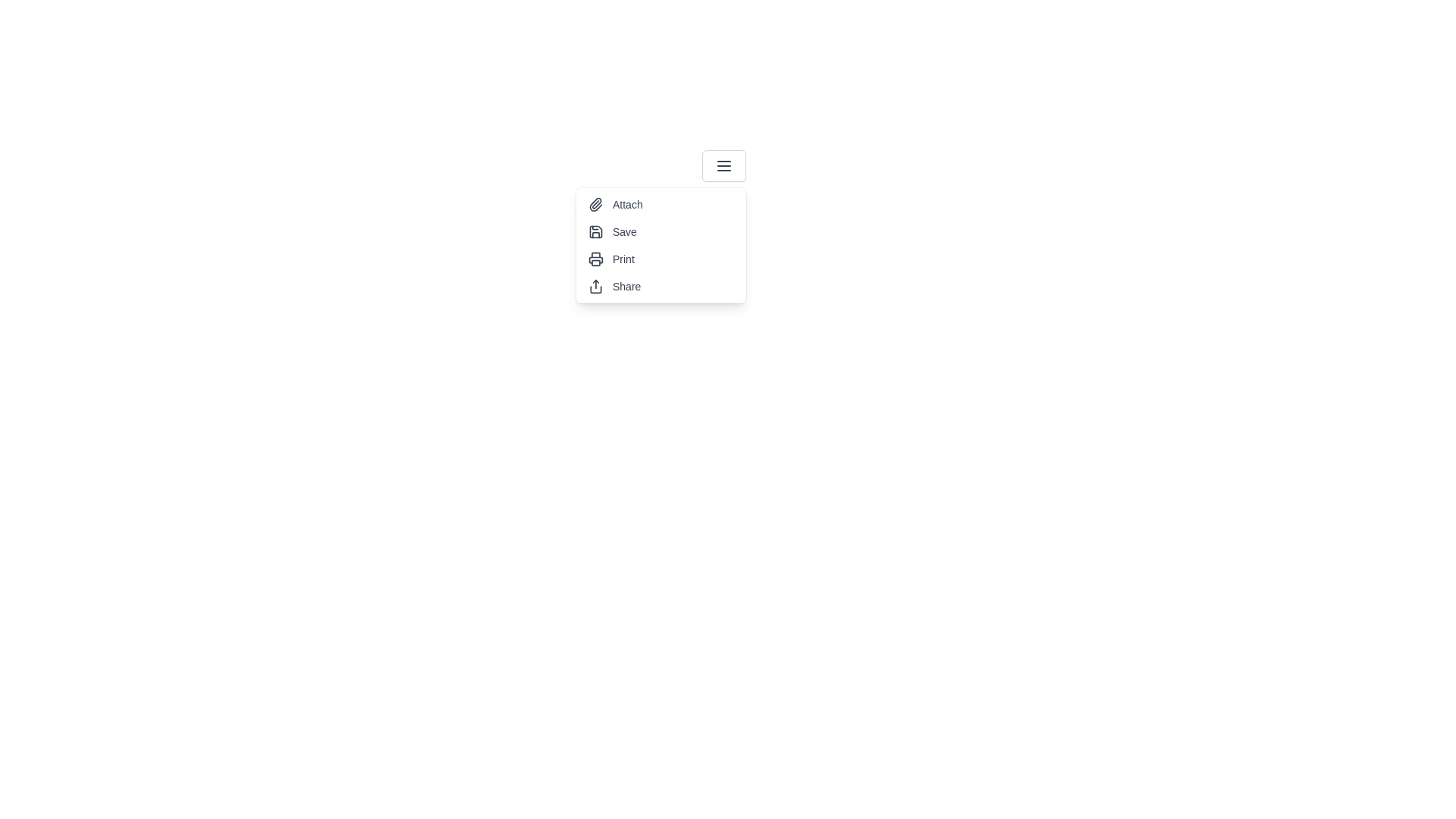 The image size is (1456, 819). Describe the element at coordinates (595, 231) in the screenshot. I see `the save icon resembling a stylized floppy disk located in the second row of the menu next to the 'Save' label` at that location.